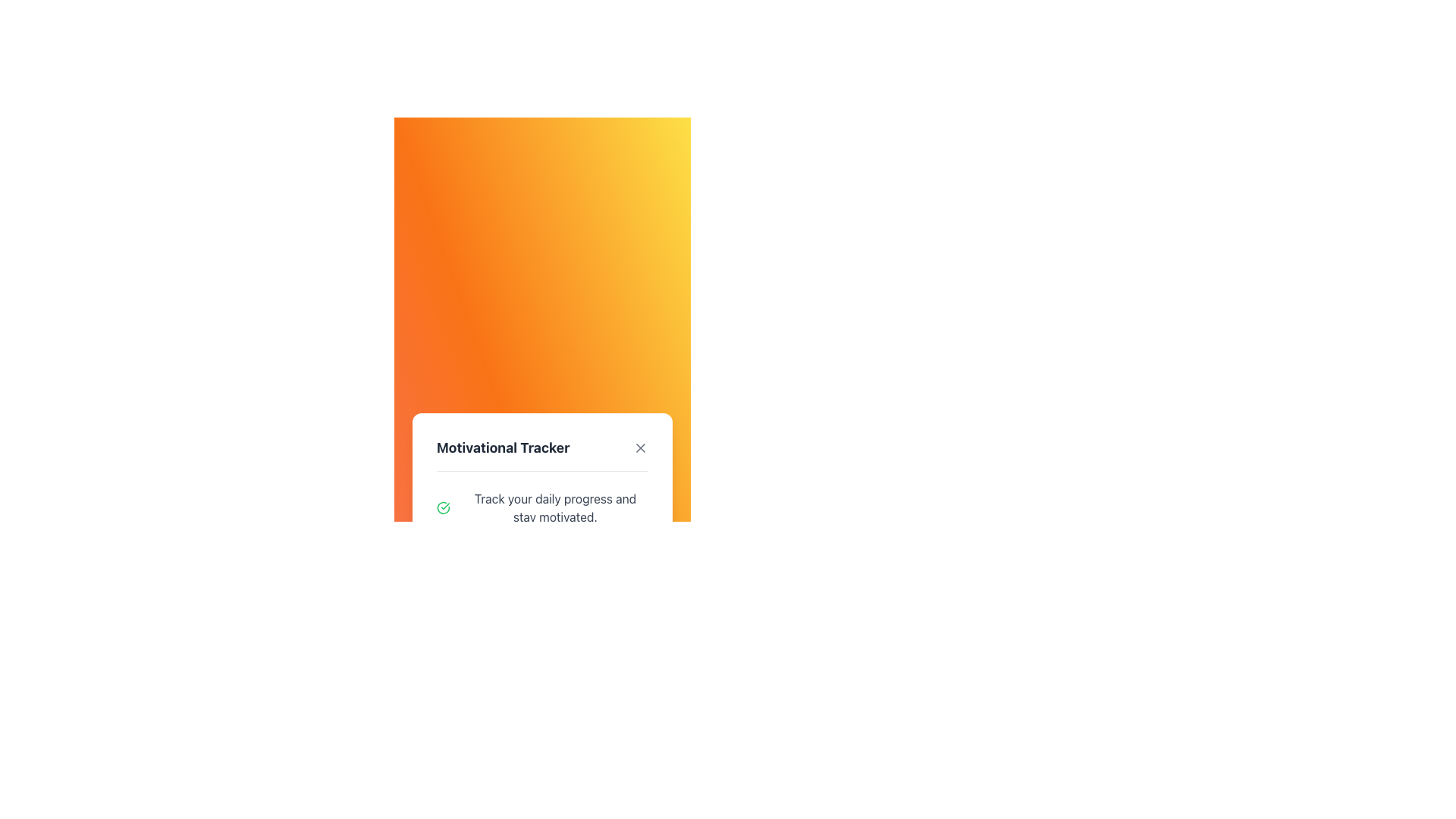 Image resolution: width=1456 pixels, height=819 pixels. I want to click on motivational prompt text located at the first item in the 'Motivational Tracker' section, which is directly beneath the title and dividing line, so click(542, 507).